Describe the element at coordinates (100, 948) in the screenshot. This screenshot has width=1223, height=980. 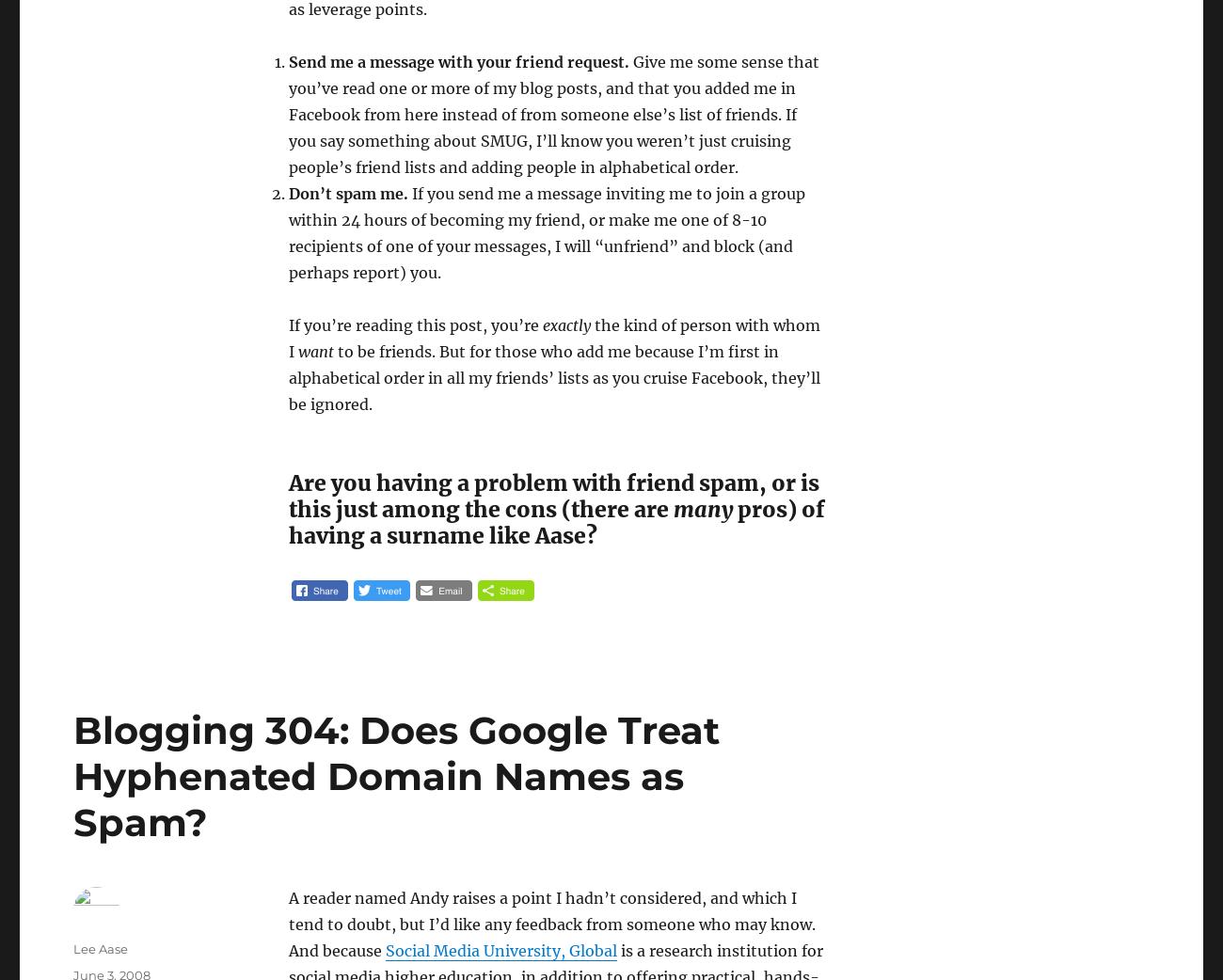
I see `'Lee Aase'` at that location.